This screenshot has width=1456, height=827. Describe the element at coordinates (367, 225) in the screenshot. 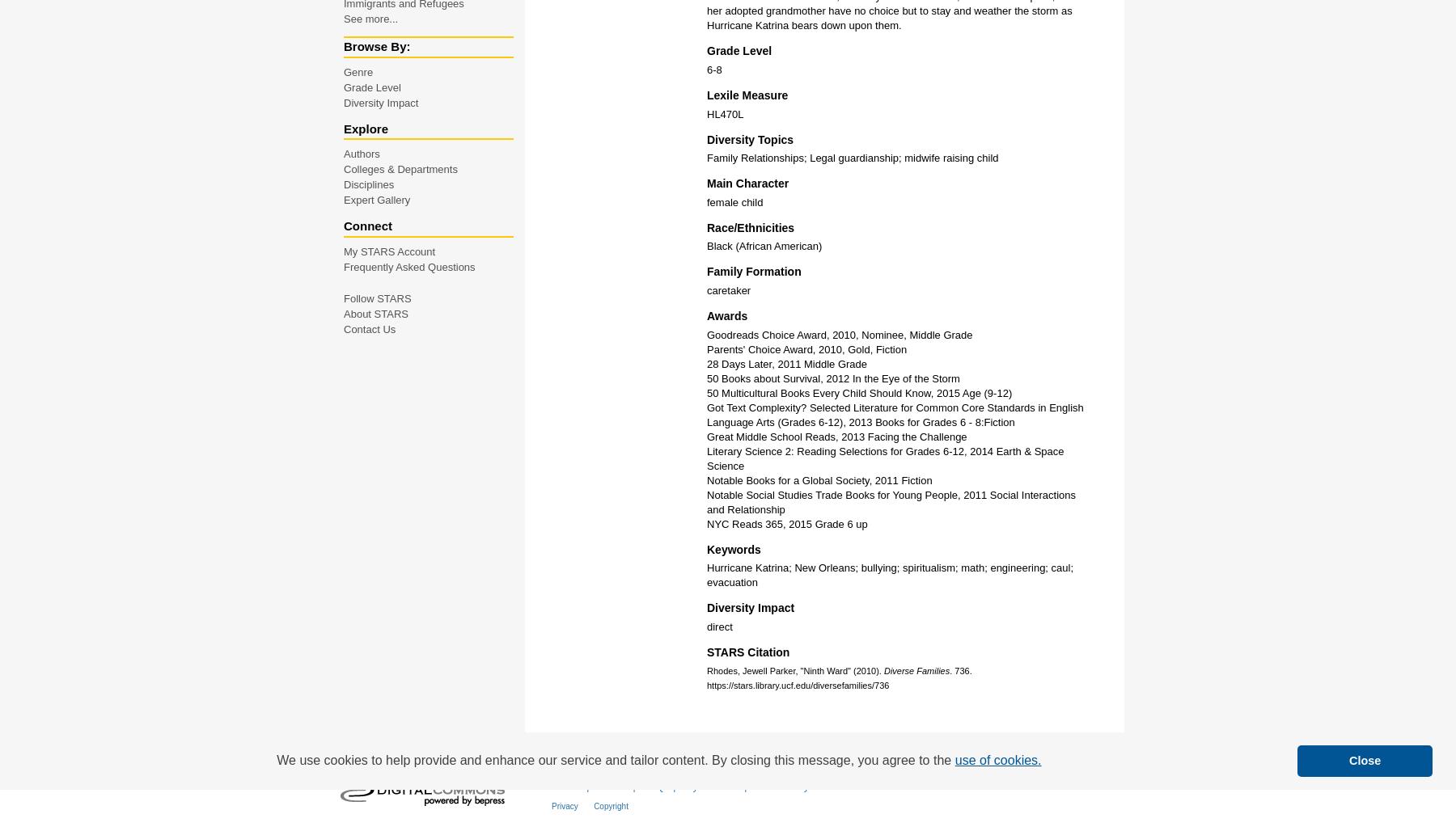

I see `'Connect'` at that location.